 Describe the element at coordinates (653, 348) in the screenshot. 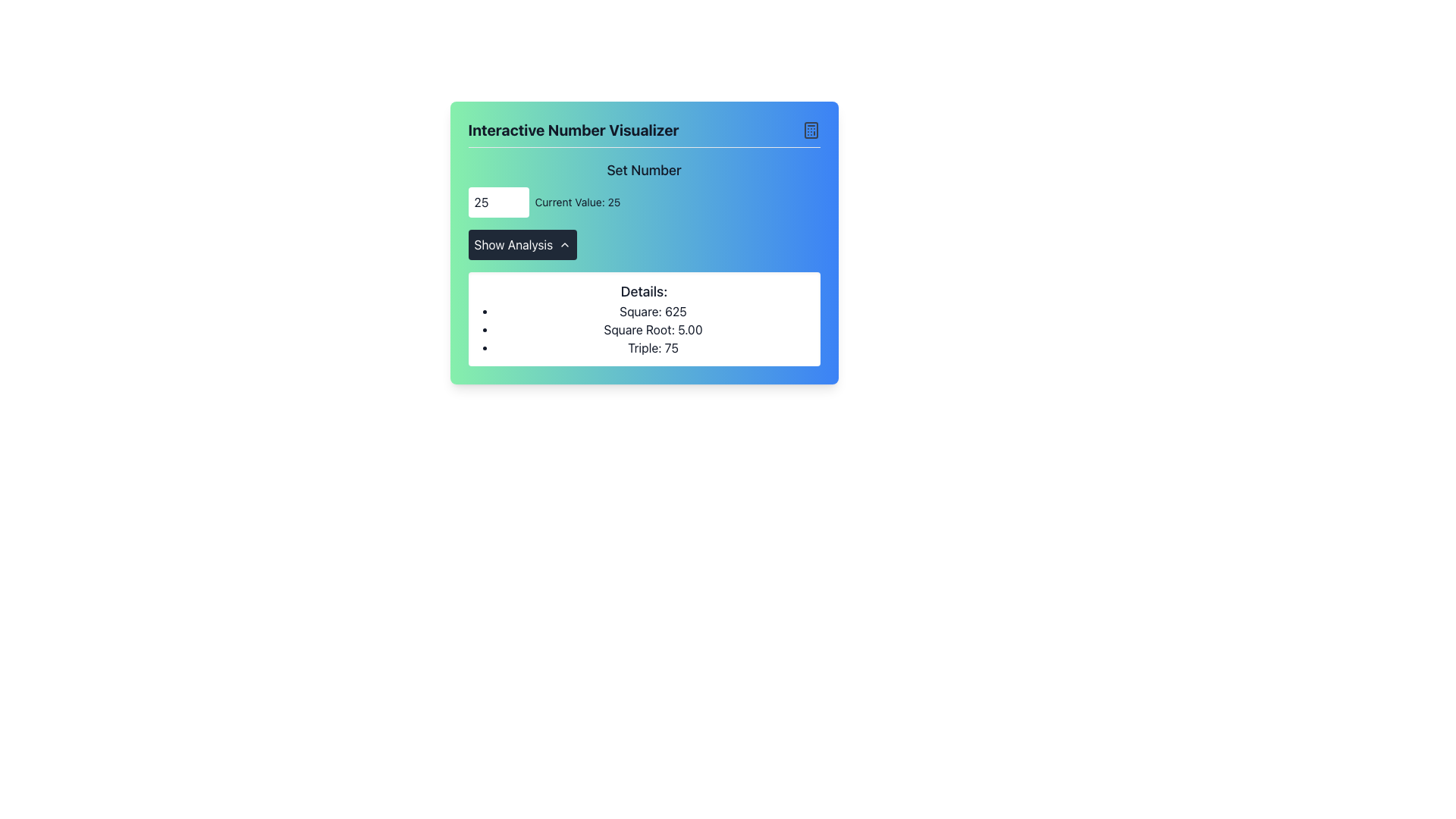

I see `the text element displaying 'Triple: 75', which is the third entry in the list under the 'Details' section` at that location.